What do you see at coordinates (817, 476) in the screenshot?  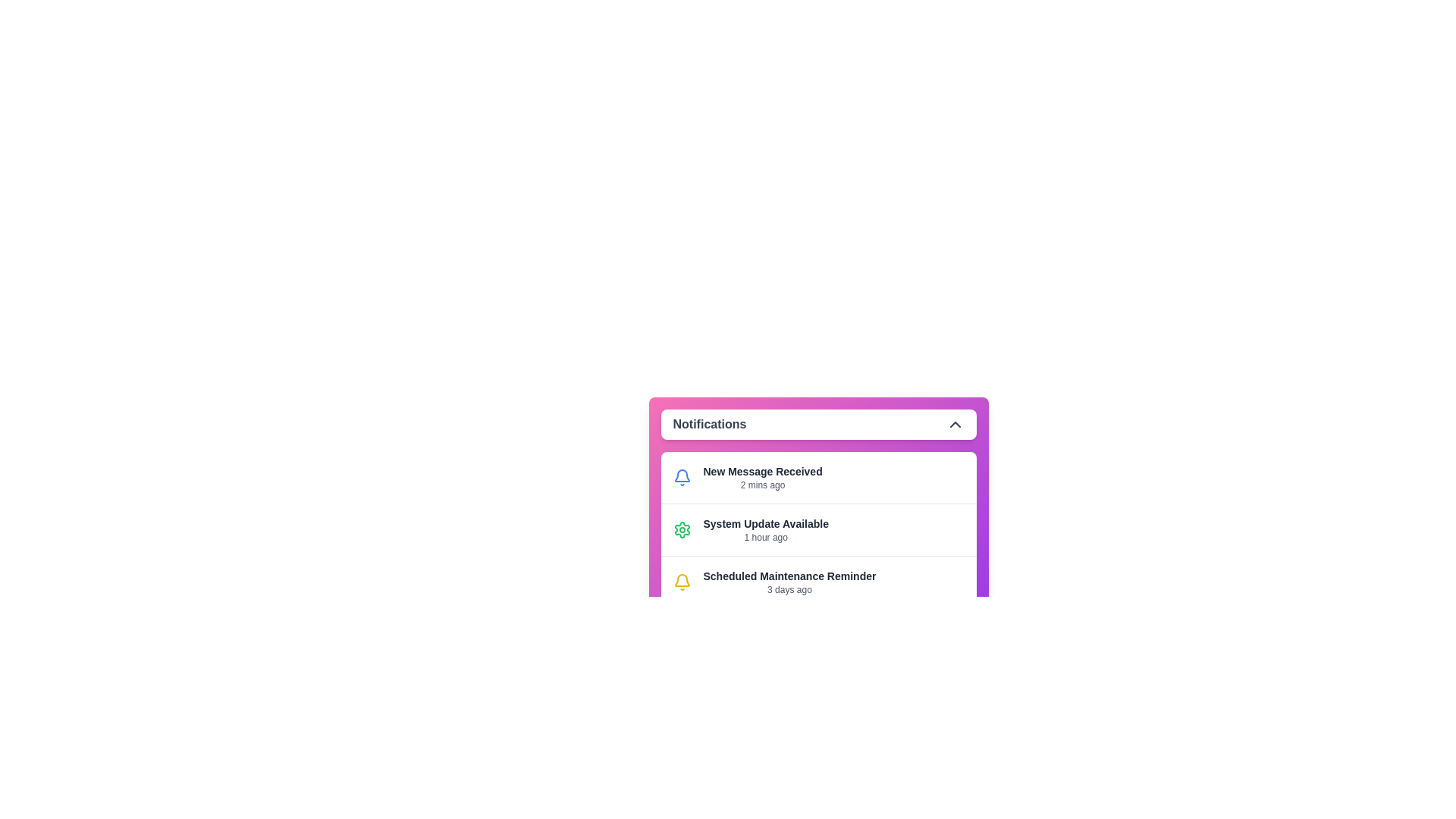 I see `notification details by clicking on the first notification item, which includes a bell icon and the text 'New Message Received'` at bounding box center [817, 476].